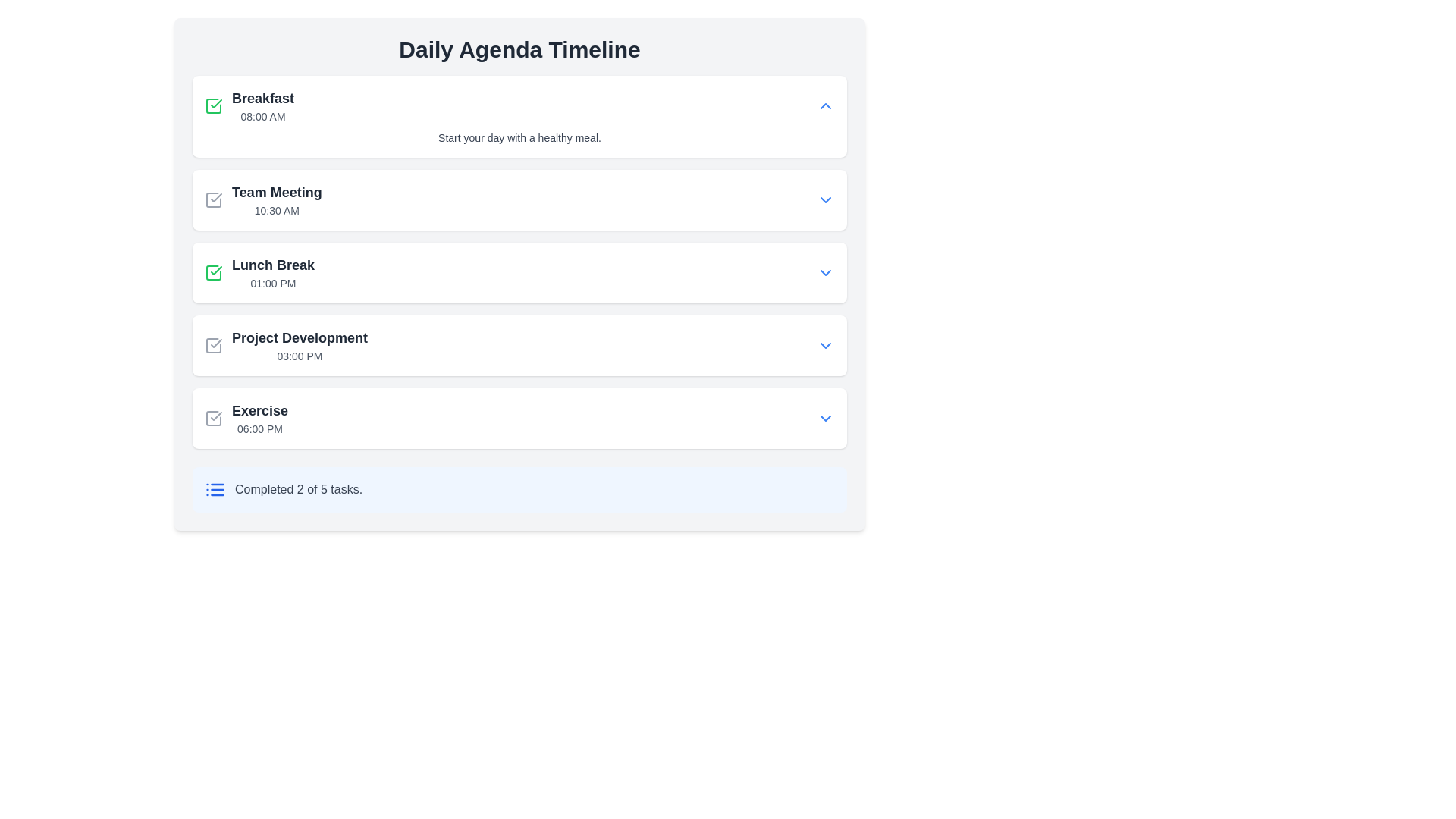 The width and height of the screenshot is (1456, 819). What do you see at coordinates (273, 271) in the screenshot?
I see `the informational label displaying 'Lunch Break' with the time '01:00 PM' located in the third row of the agenda list` at bounding box center [273, 271].